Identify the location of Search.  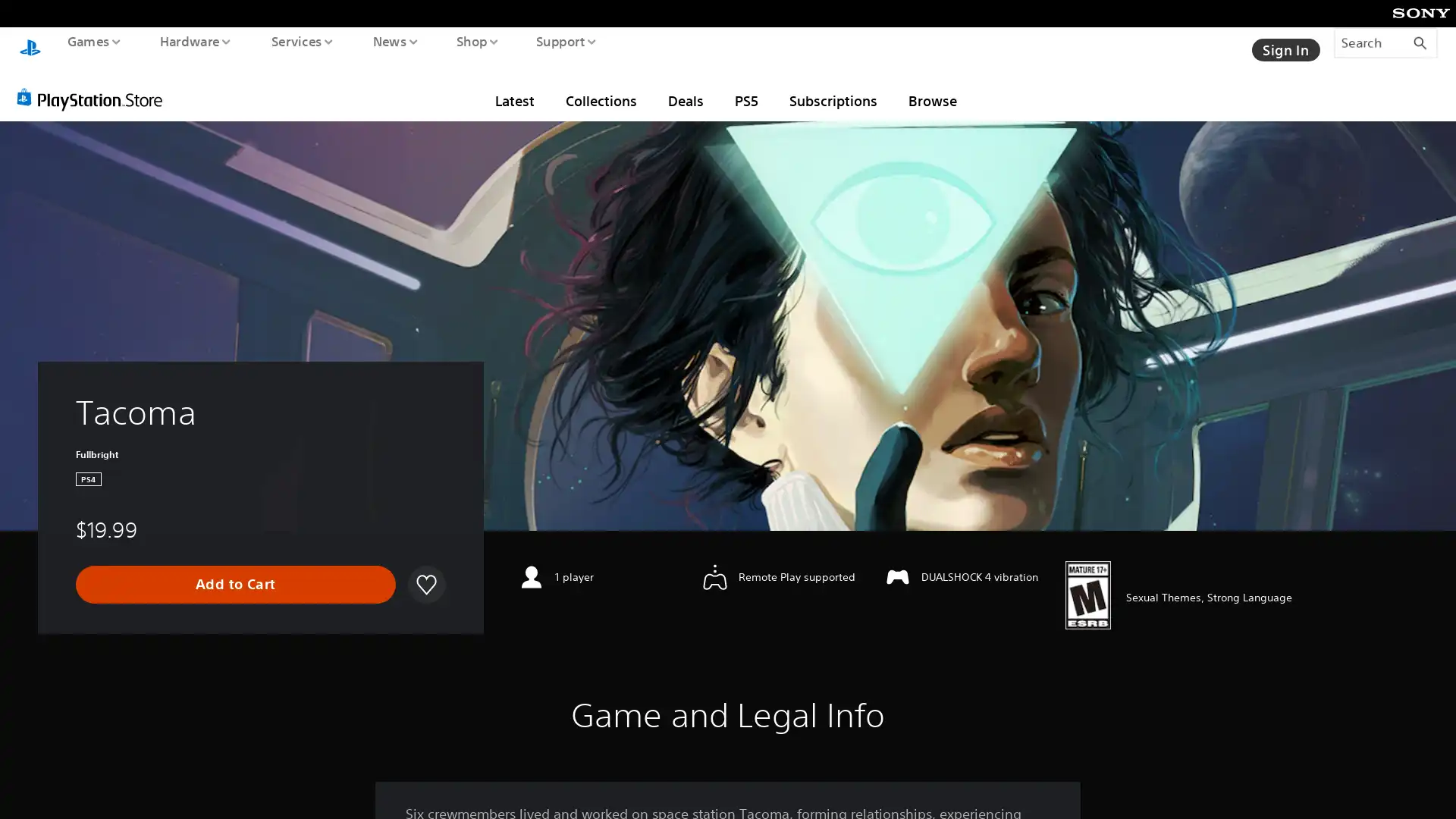
(1385, 42).